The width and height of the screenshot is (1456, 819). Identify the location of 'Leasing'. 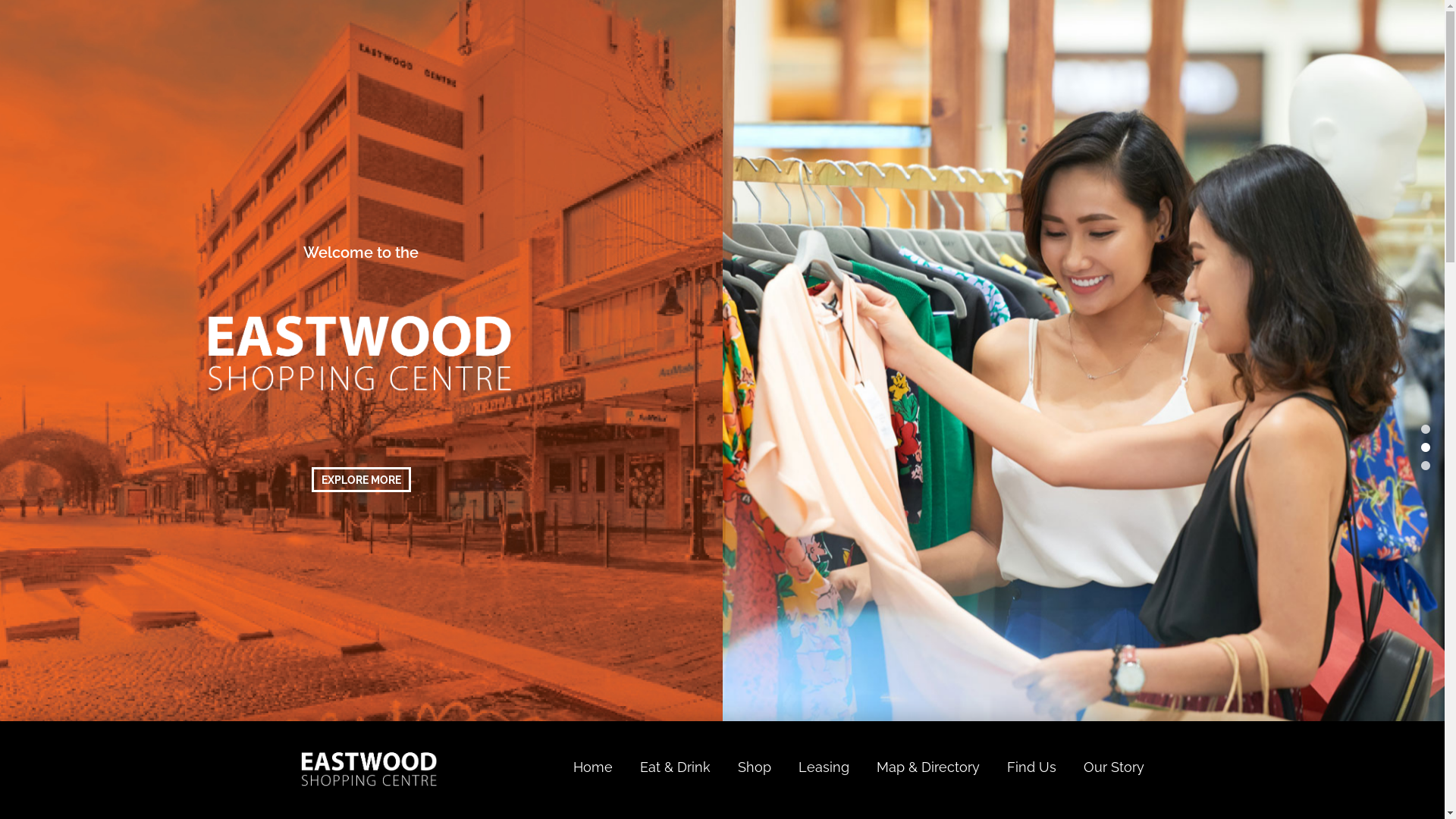
(822, 767).